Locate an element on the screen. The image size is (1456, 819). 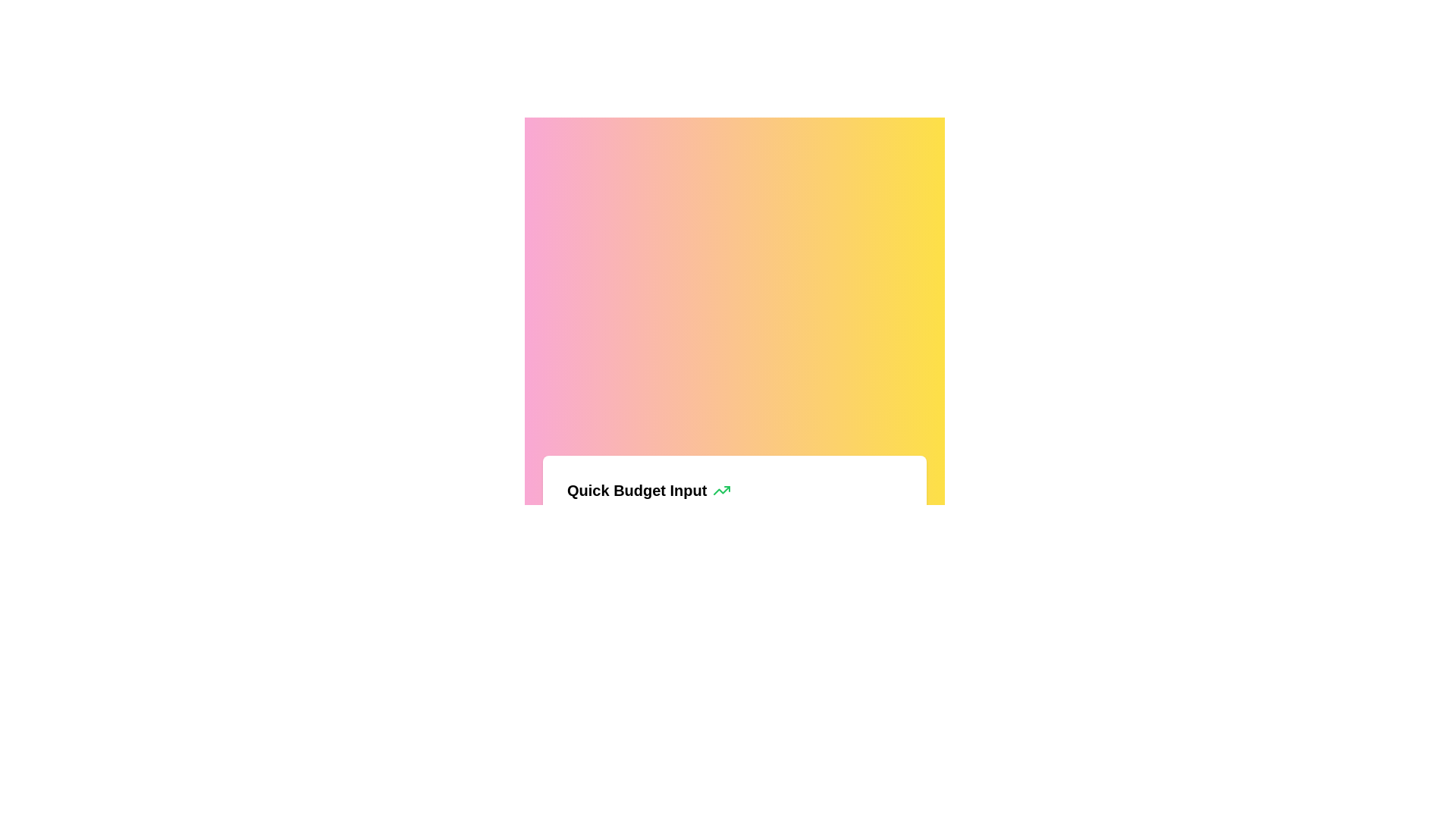
the Icon (Graph Representation) that is styled with a green stroke and represents an upward trending line, located next to the text 'Quick Budget Input' is located at coordinates (721, 491).